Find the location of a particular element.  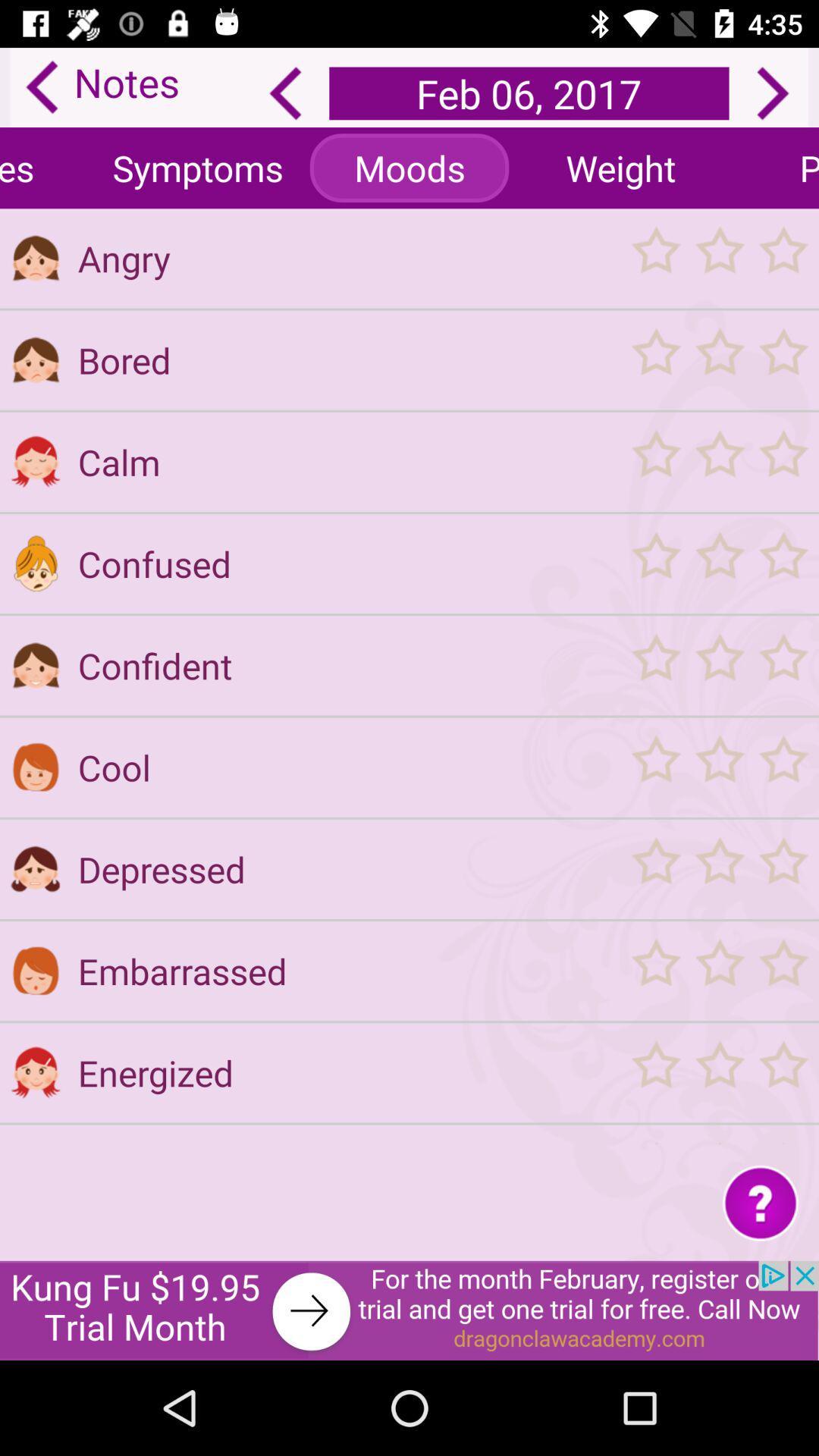

the moods option is located at coordinates (409, 168).